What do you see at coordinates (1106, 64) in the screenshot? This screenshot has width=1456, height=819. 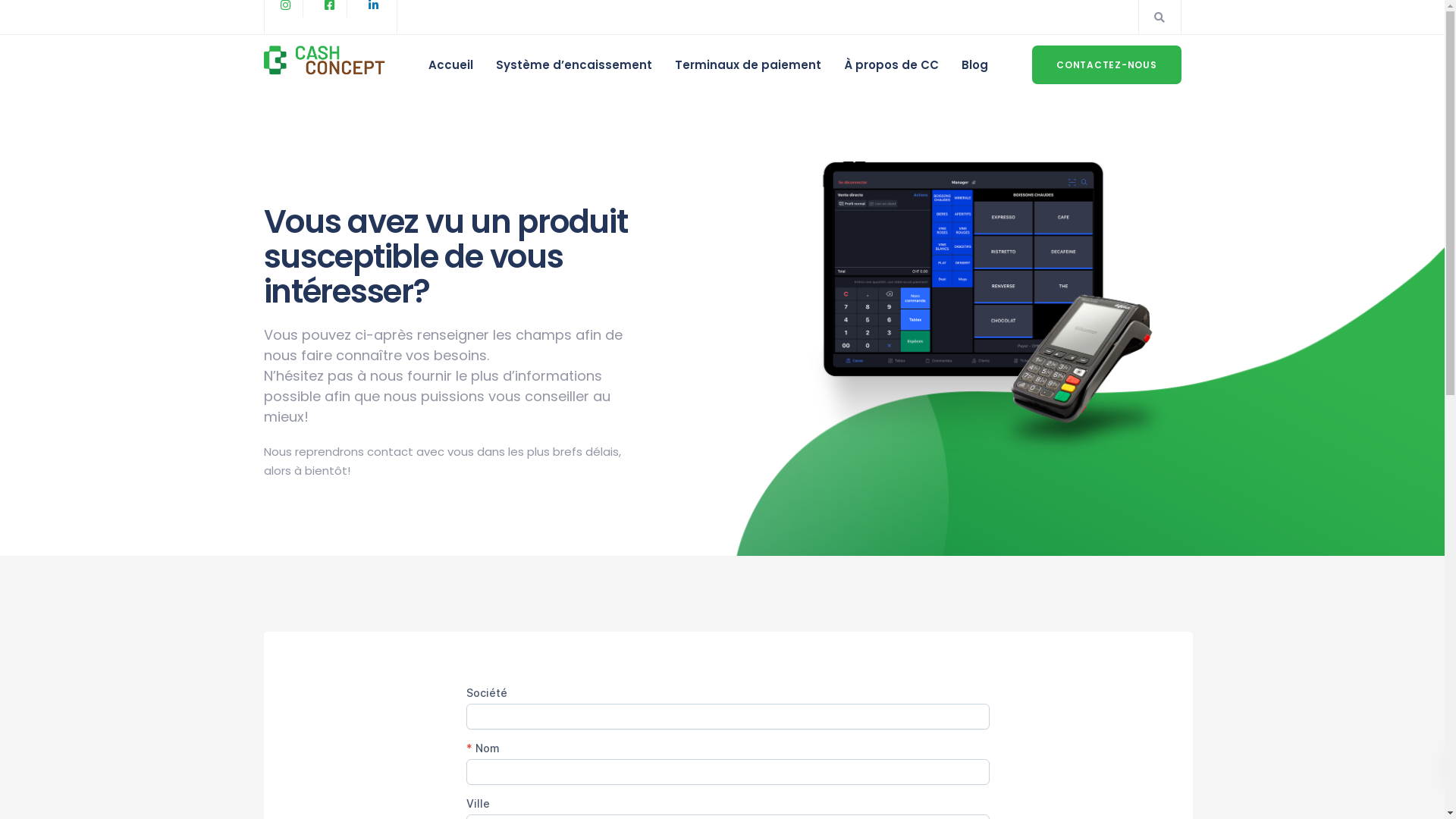 I see `'CONTACTEZ-NOUS'` at bounding box center [1106, 64].